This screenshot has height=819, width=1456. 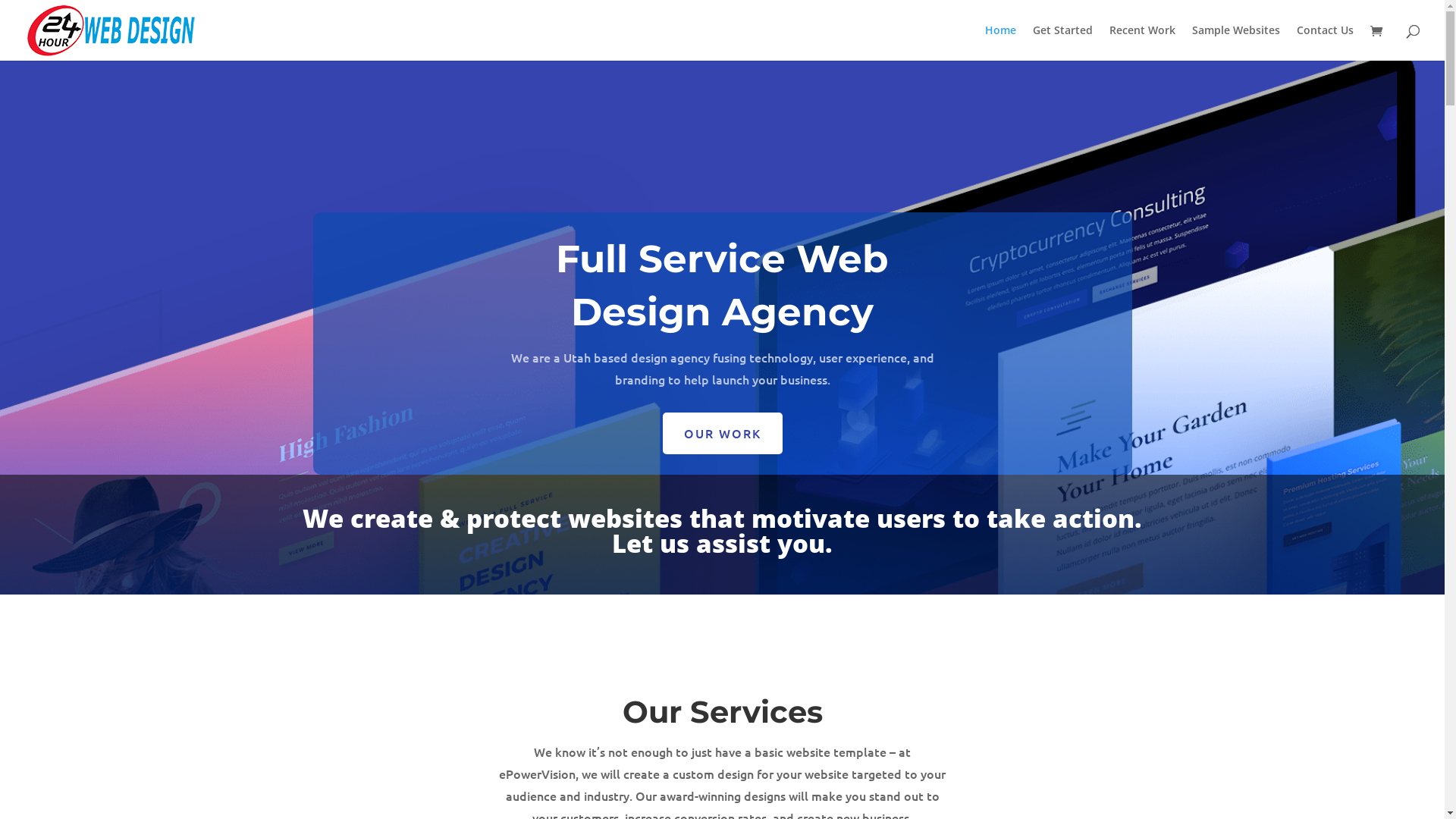 What do you see at coordinates (722, 433) in the screenshot?
I see `'OUR WORK'` at bounding box center [722, 433].